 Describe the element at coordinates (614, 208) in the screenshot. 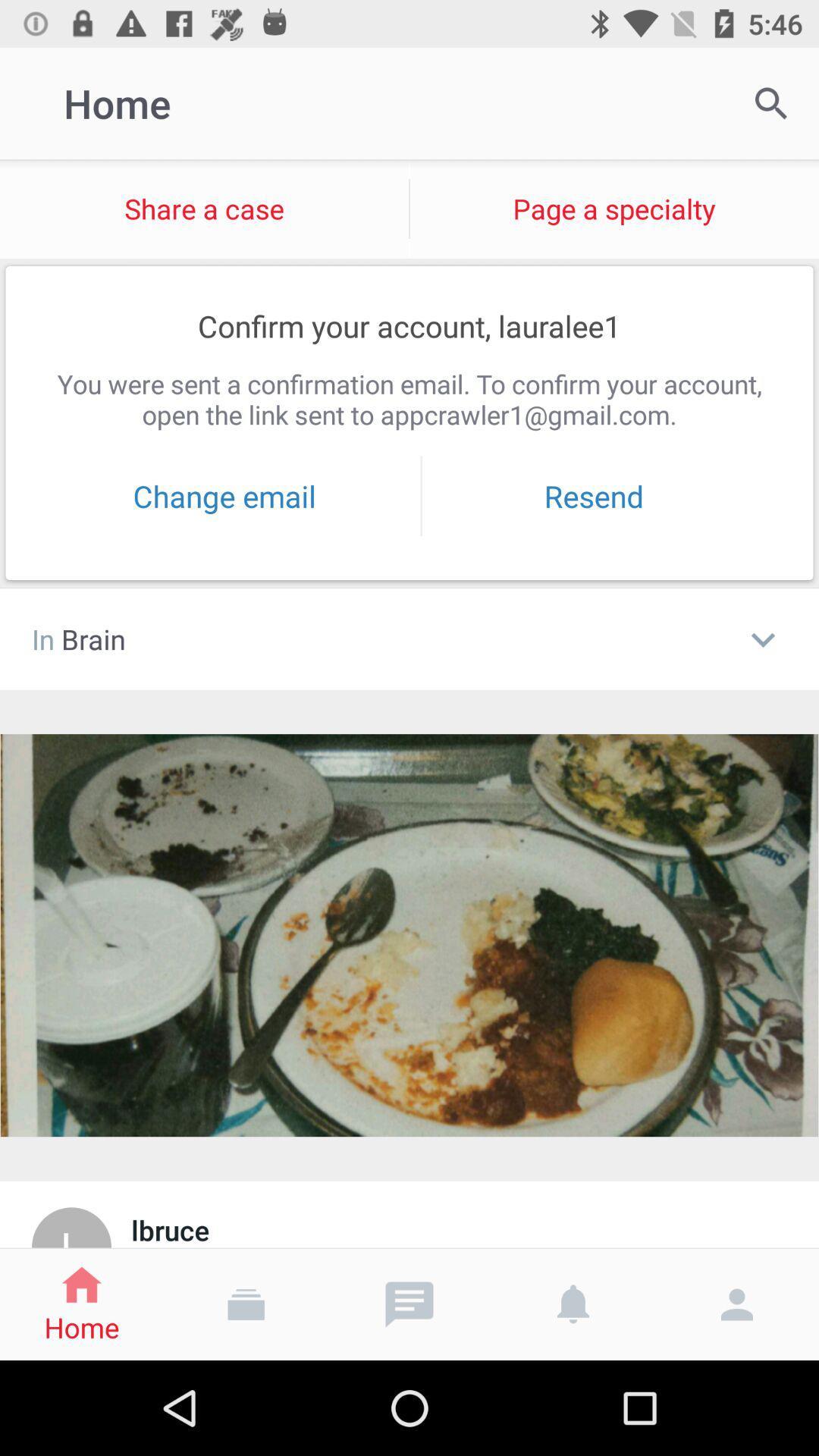

I see `the icon above the confirm your account icon` at that location.